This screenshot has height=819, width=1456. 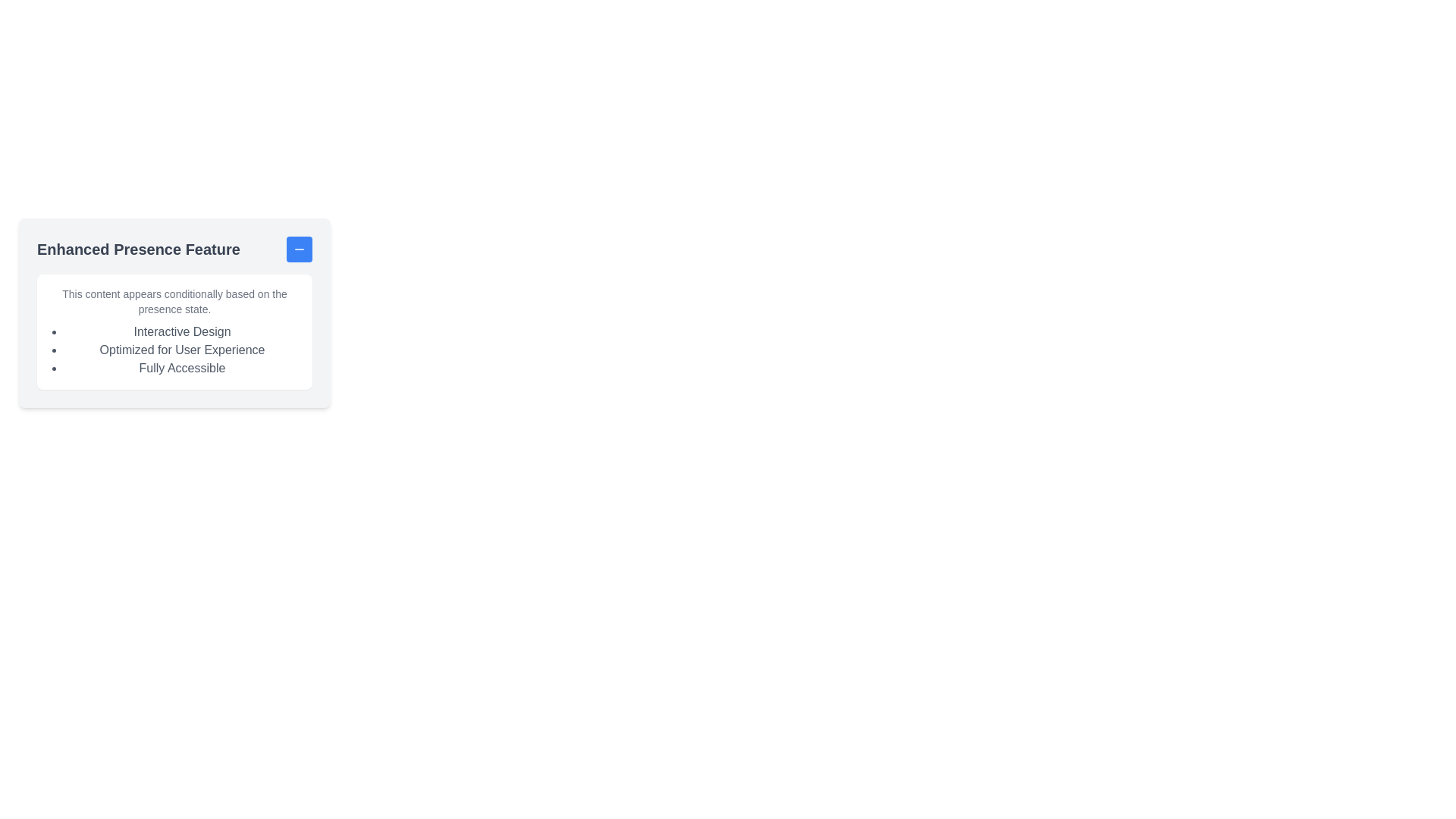 What do you see at coordinates (299, 248) in the screenshot?
I see `the minus icon located in the top-right corner of the light gray card layout` at bounding box center [299, 248].